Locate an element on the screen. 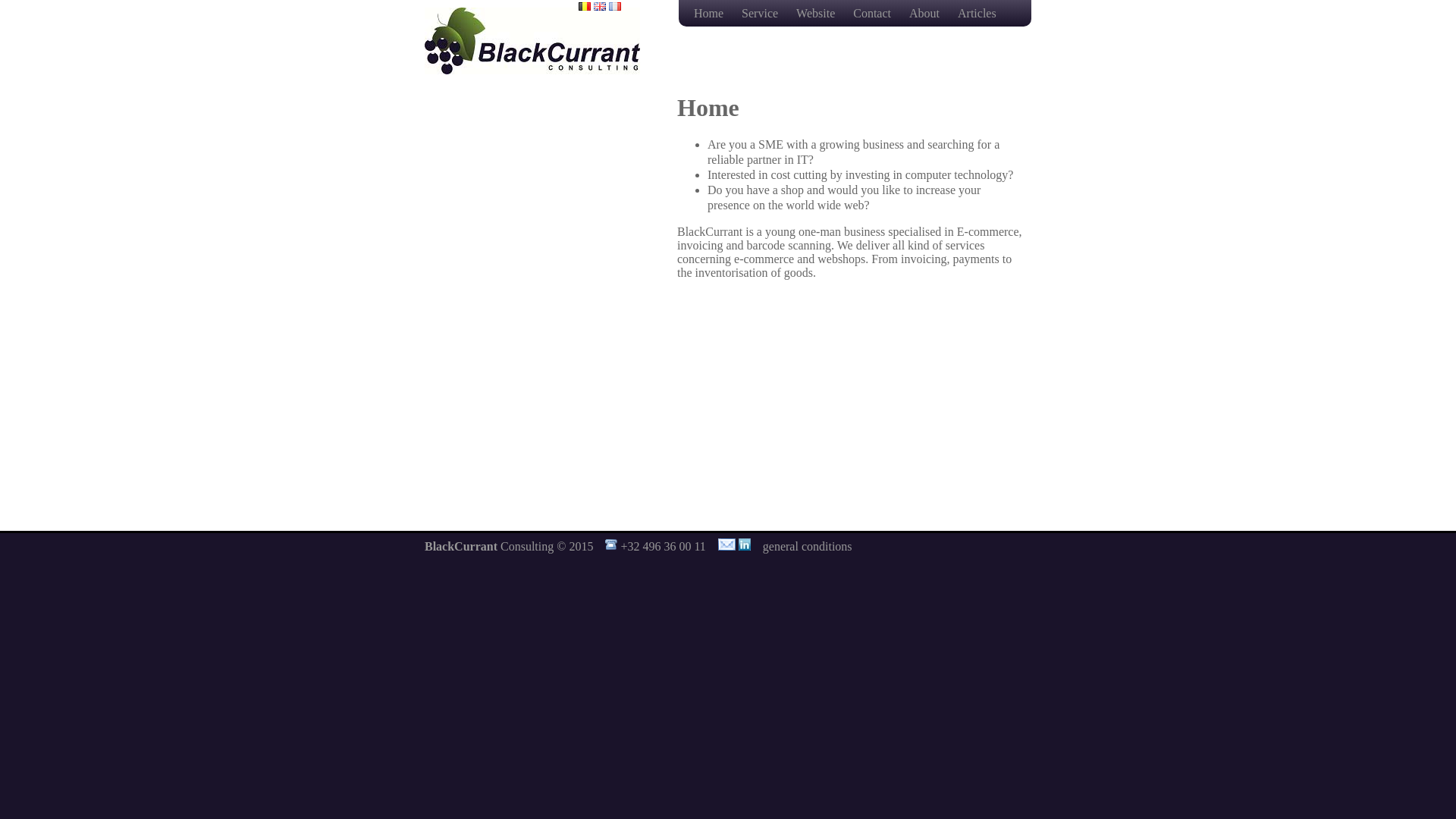  'Home' is located at coordinates (709, 13).